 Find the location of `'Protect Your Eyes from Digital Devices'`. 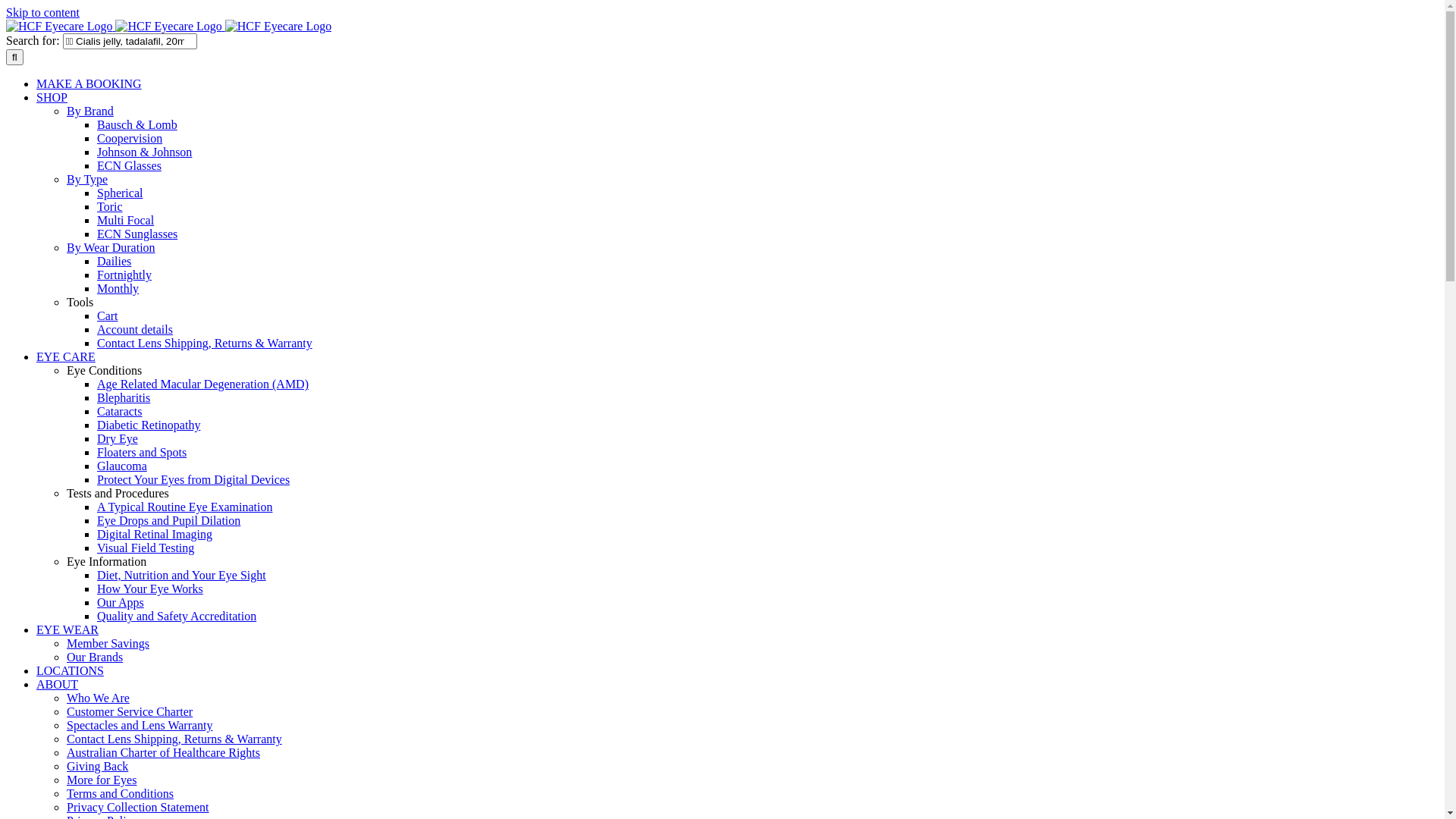

'Protect Your Eyes from Digital Devices' is located at coordinates (192, 479).